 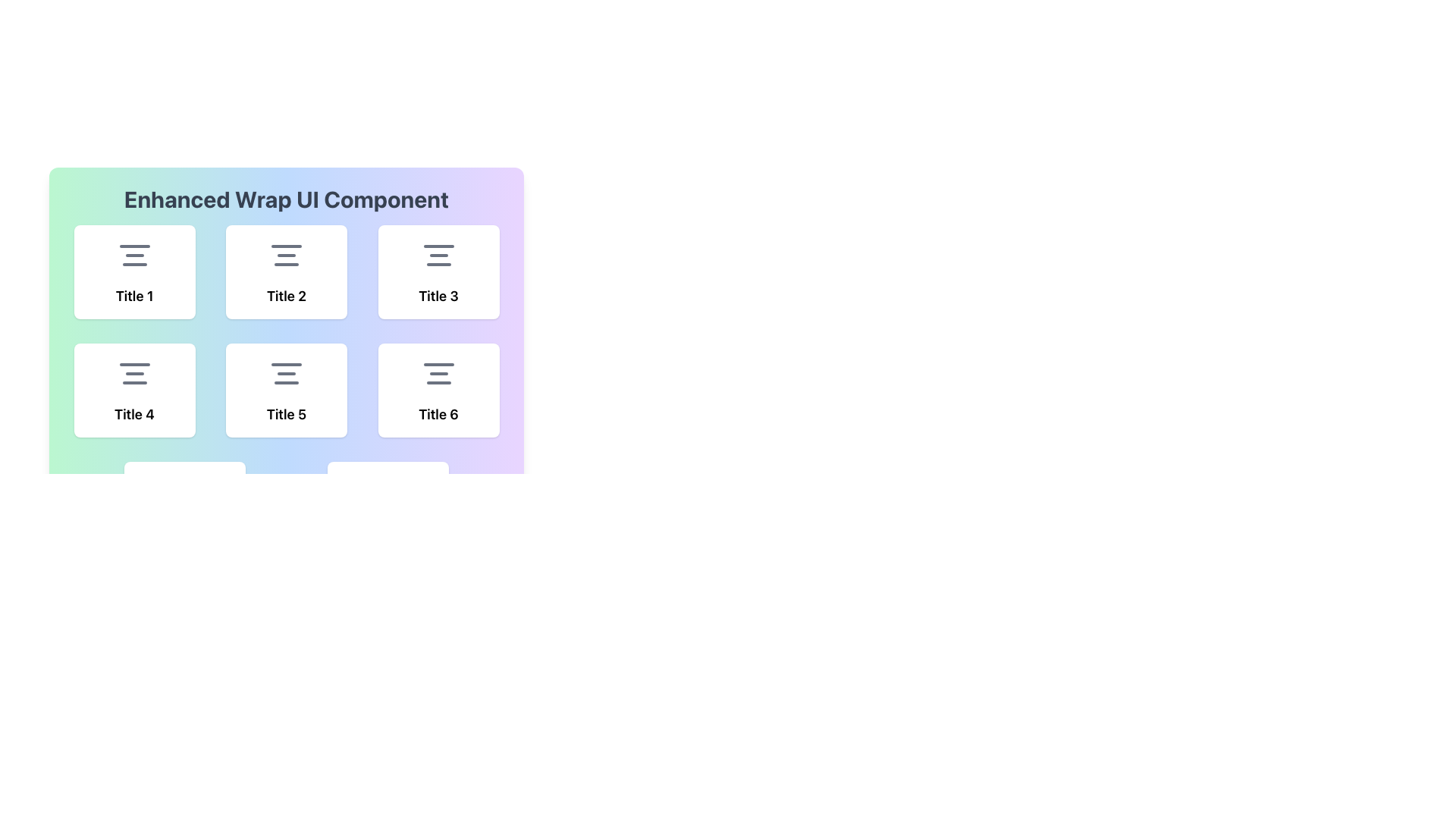 I want to click on the Clickable Card featuring 'Title 4' in bold text, located in the middle-left of the second row of the grid, to interact with it, so click(x=134, y=390).